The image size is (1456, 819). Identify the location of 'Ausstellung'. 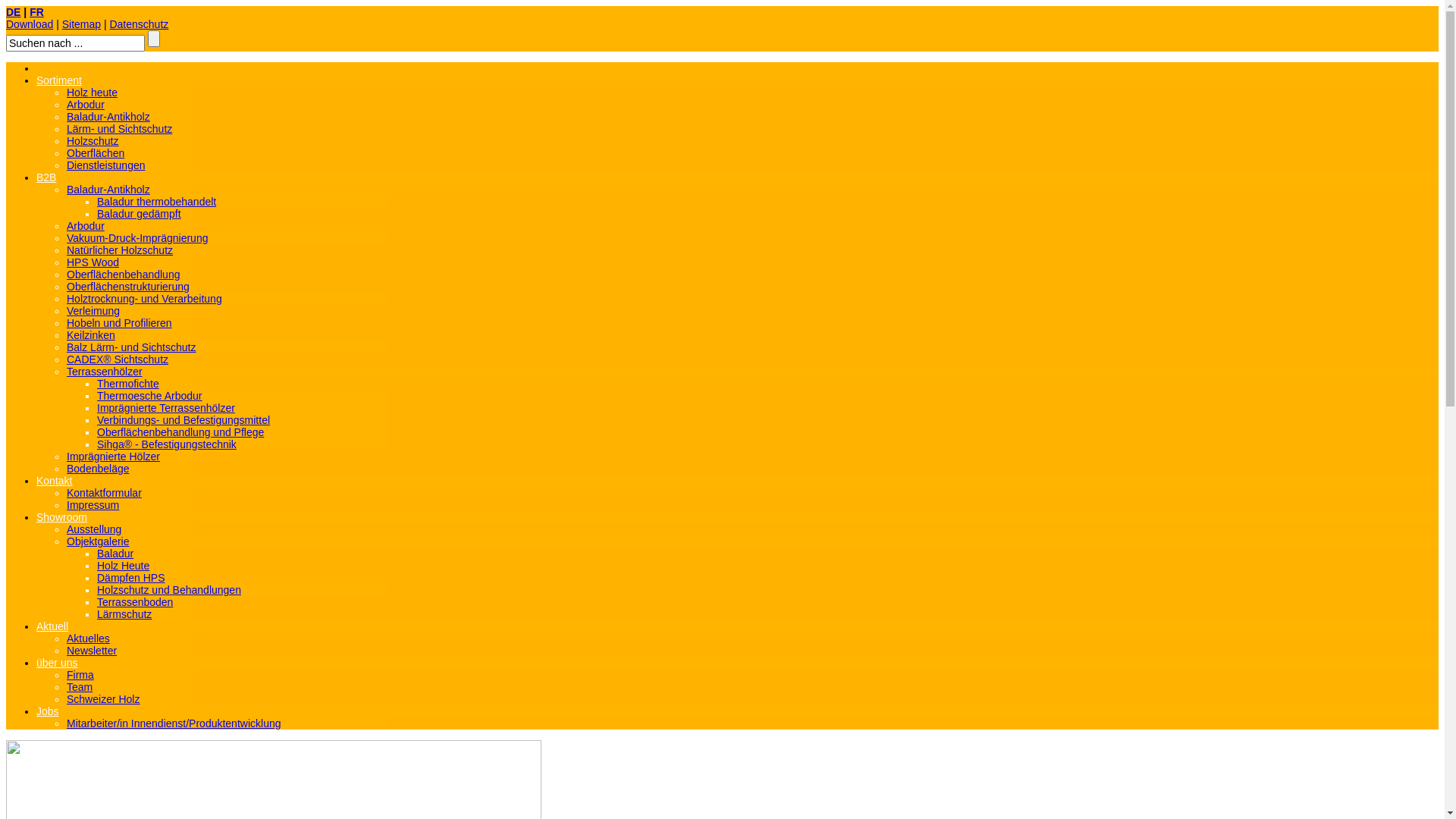
(93, 529).